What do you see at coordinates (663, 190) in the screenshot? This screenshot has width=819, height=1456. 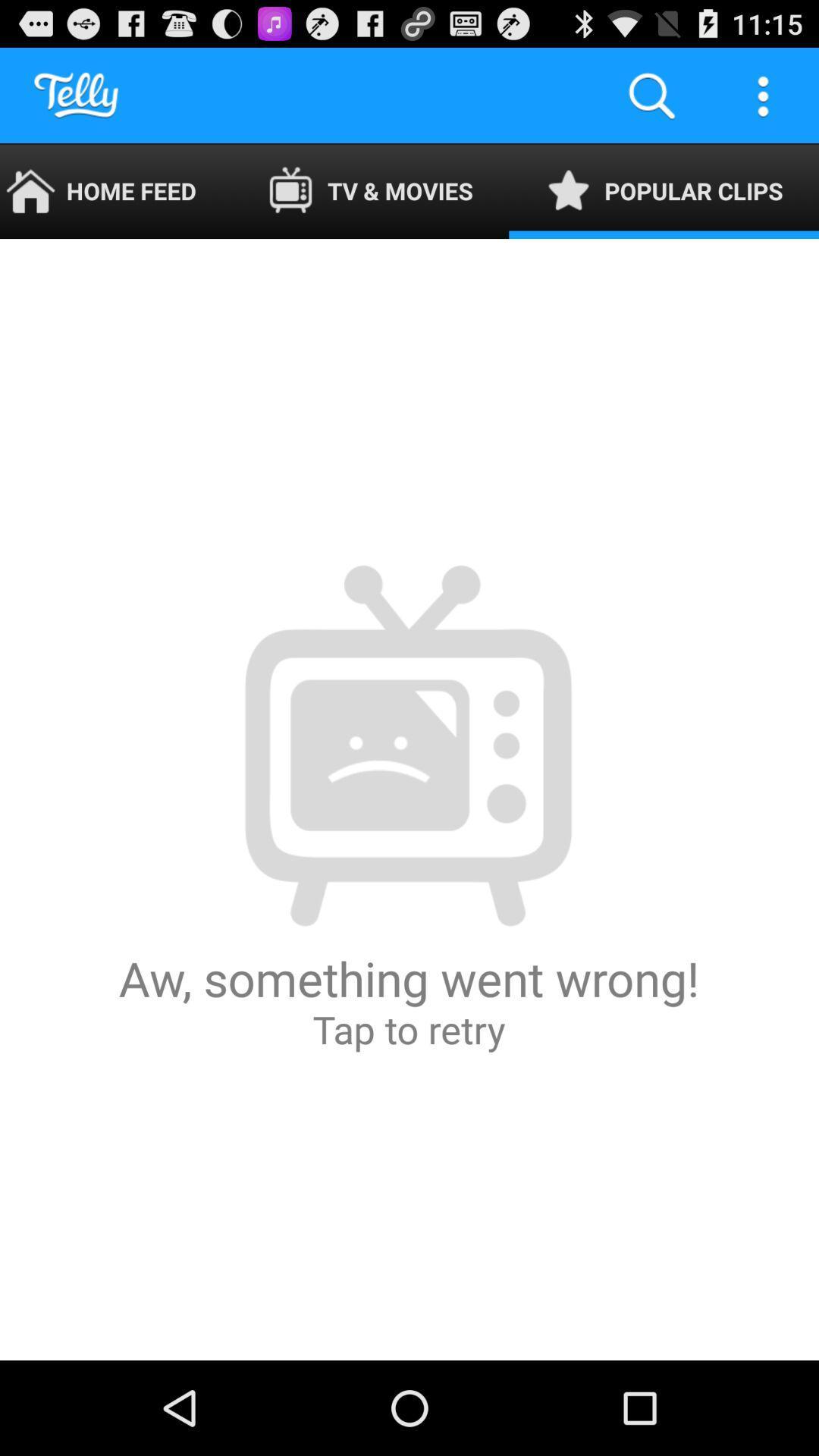 I see `icon above the aw something went icon` at bounding box center [663, 190].